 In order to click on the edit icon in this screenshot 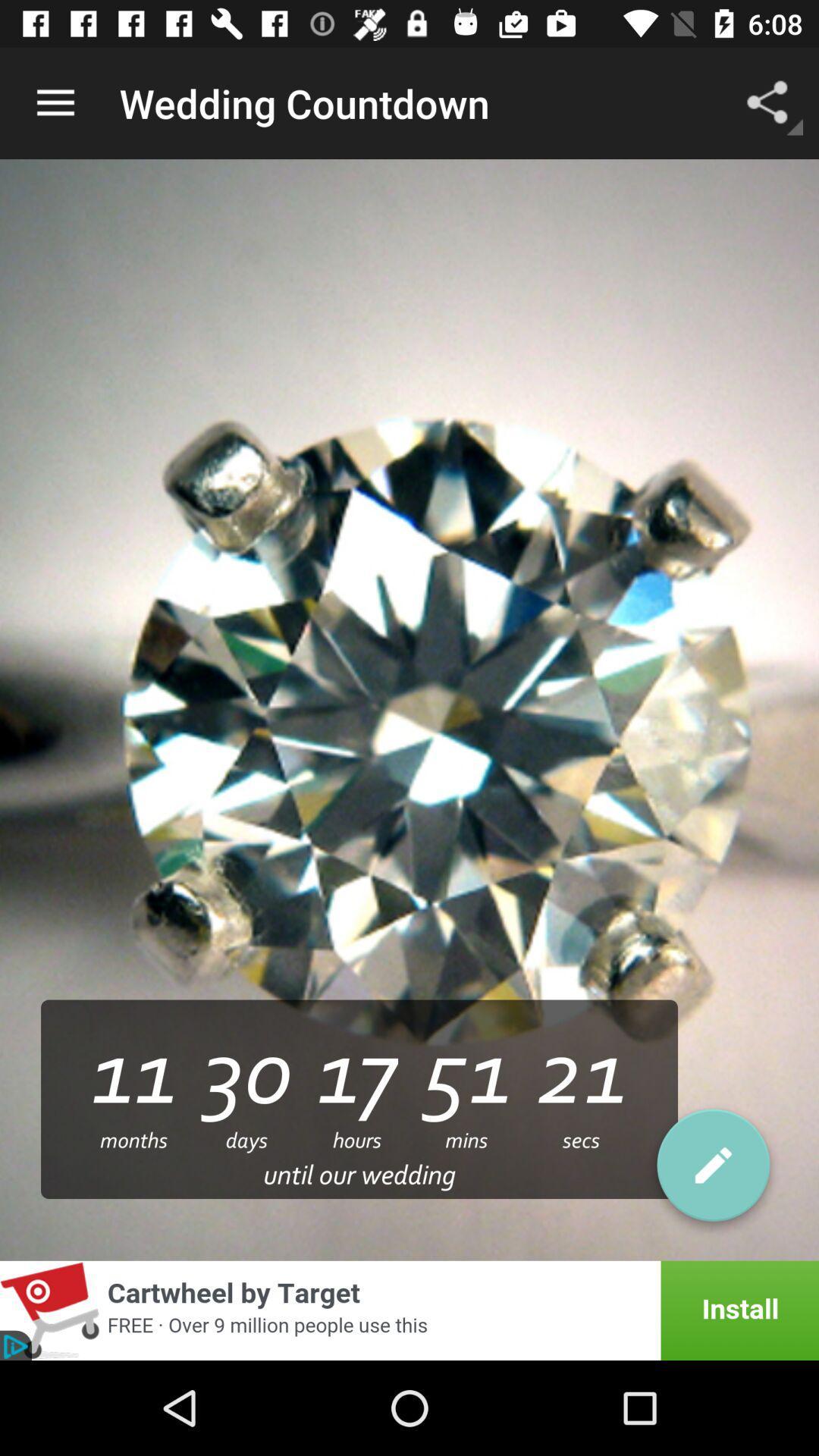, I will do `click(713, 1170)`.